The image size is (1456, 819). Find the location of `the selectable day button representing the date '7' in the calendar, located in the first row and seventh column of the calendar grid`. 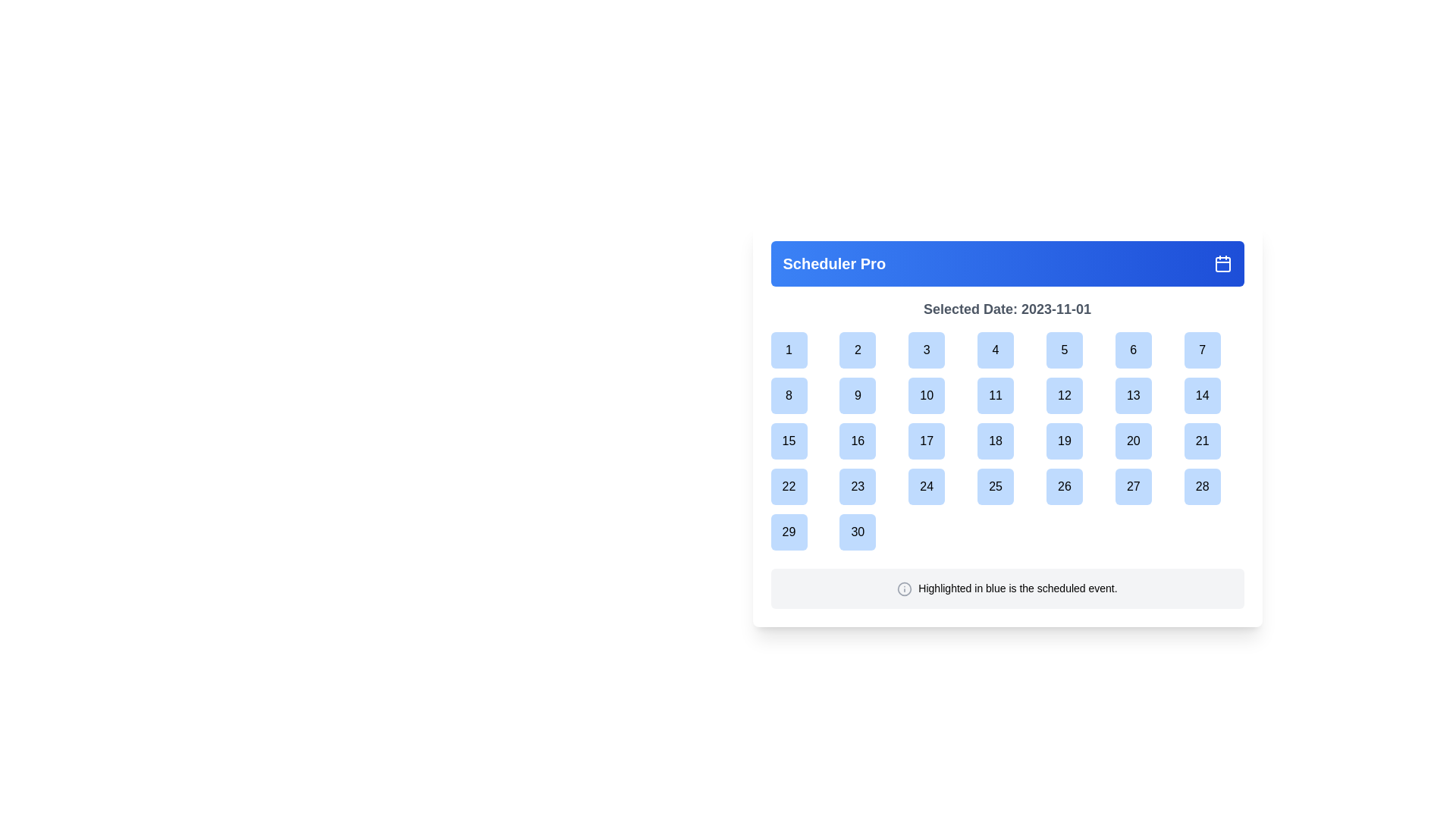

the selectable day button representing the date '7' in the calendar, located in the first row and seventh column of the calendar grid is located at coordinates (1214, 350).